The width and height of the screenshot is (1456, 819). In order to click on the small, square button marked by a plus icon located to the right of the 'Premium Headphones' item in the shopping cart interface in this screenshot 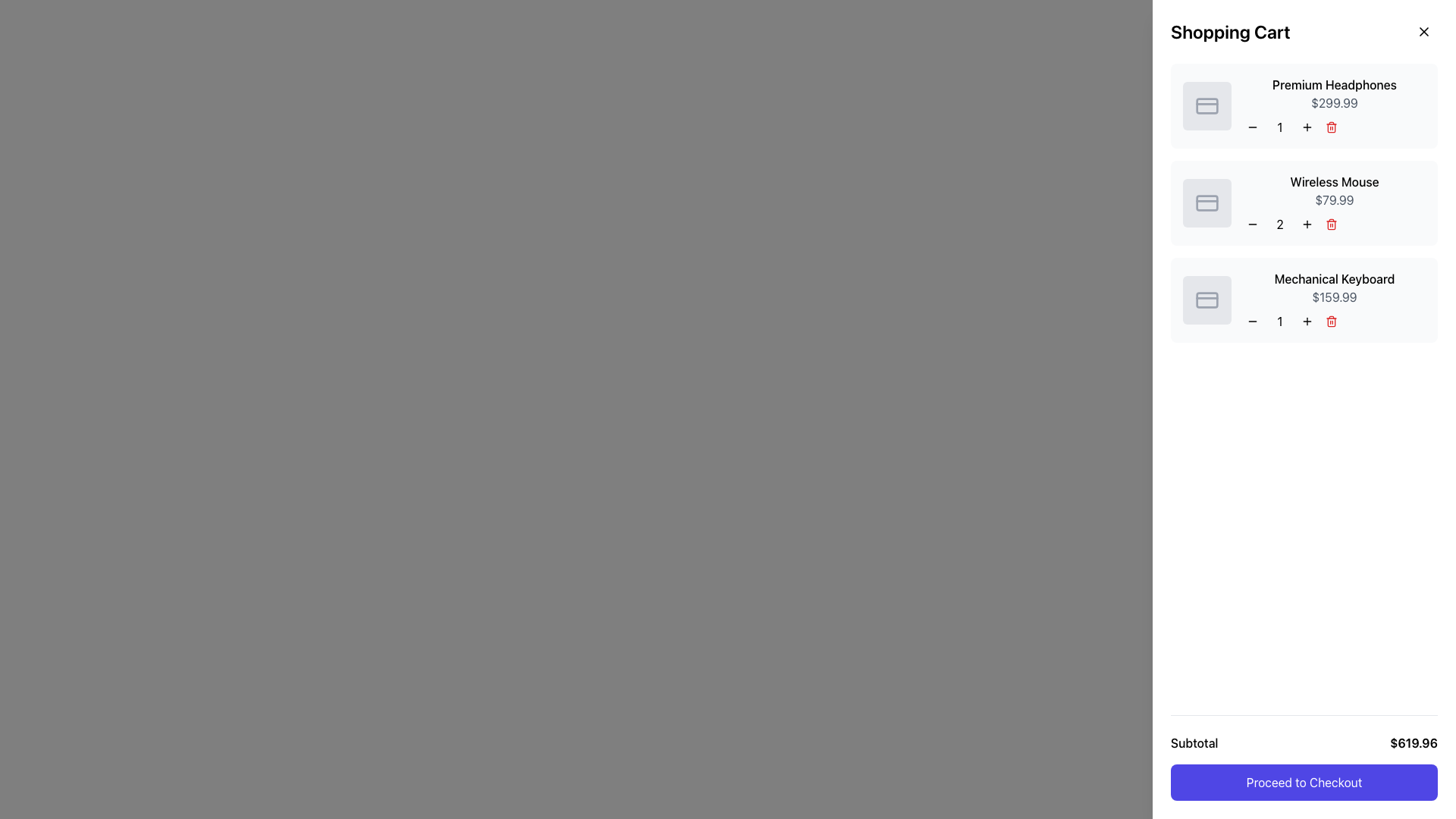, I will do `click(1306, 127)`.